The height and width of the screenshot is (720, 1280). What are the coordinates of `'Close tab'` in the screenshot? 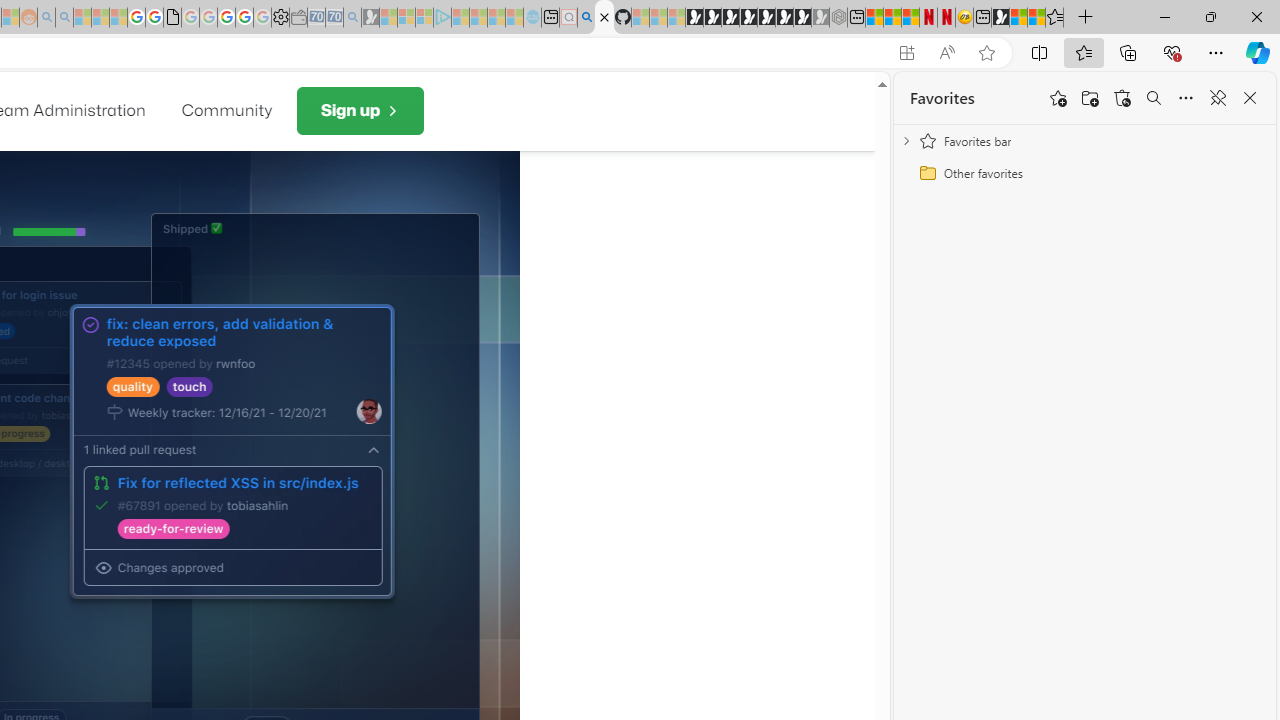 It's located at (603, 17).